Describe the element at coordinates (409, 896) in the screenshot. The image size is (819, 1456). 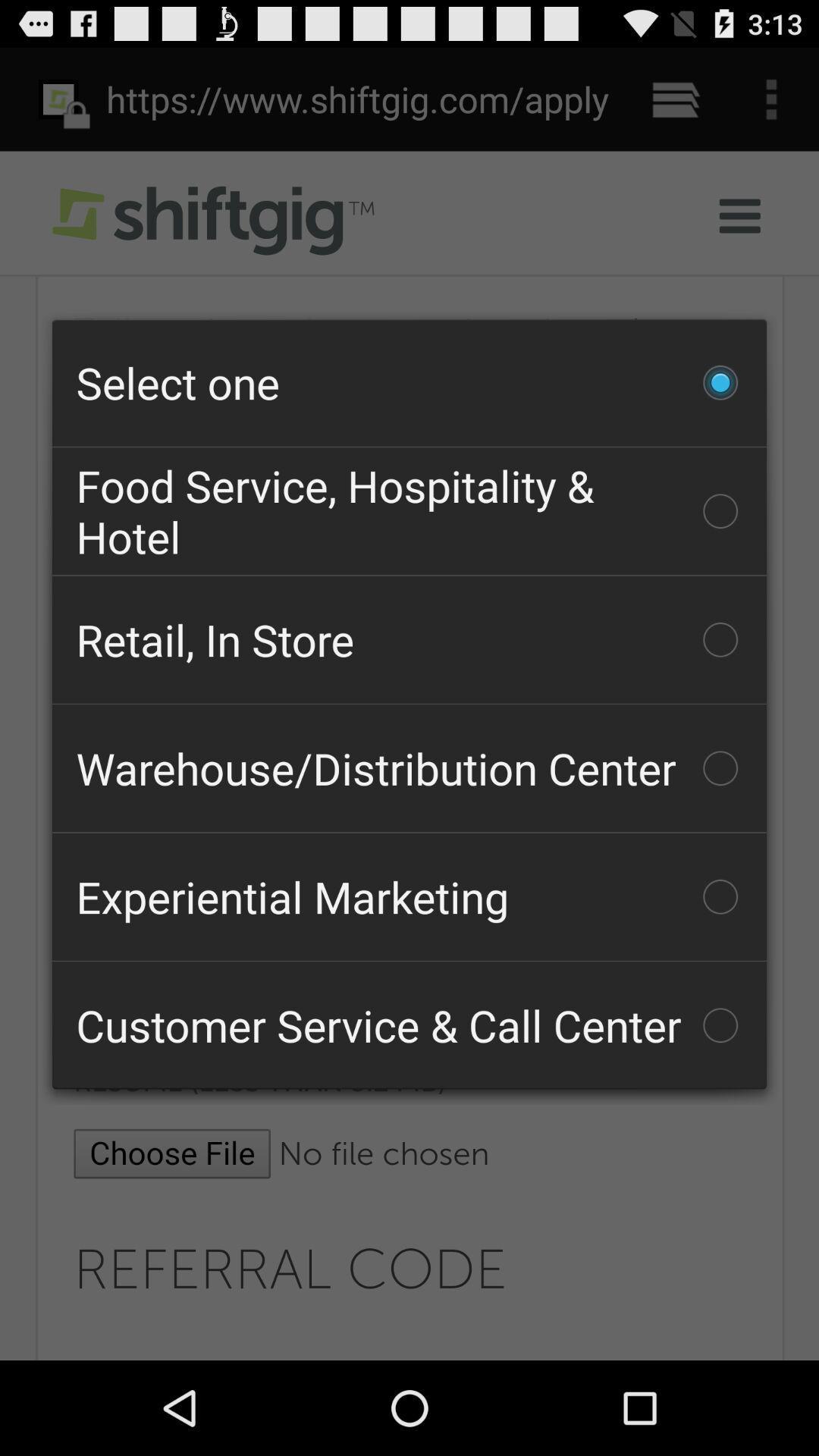
I see `the experiential marketing item` at that location.